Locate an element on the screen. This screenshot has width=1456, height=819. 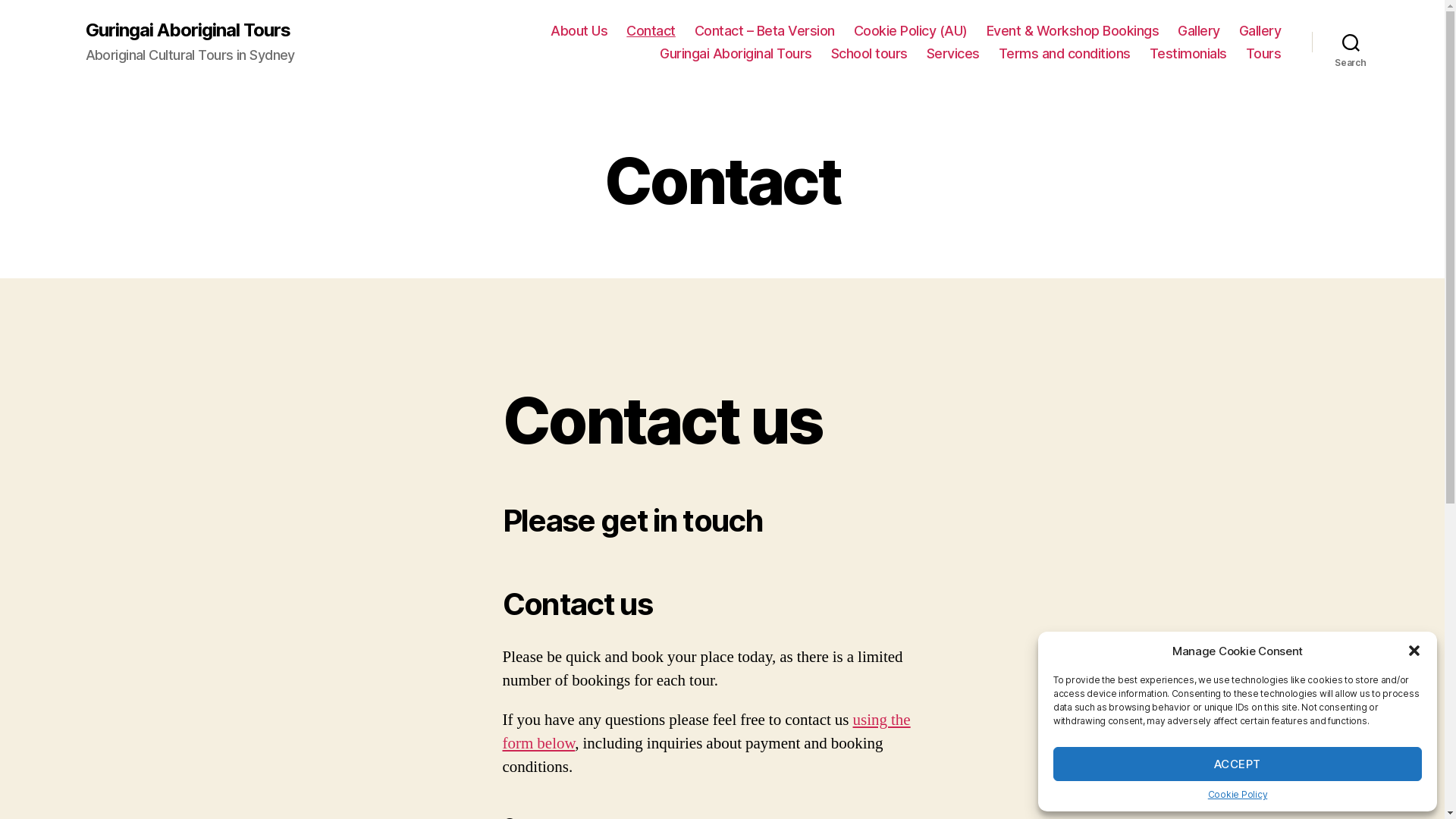
'Cookie Policy (AU)' is located at coordinates (910, 31).